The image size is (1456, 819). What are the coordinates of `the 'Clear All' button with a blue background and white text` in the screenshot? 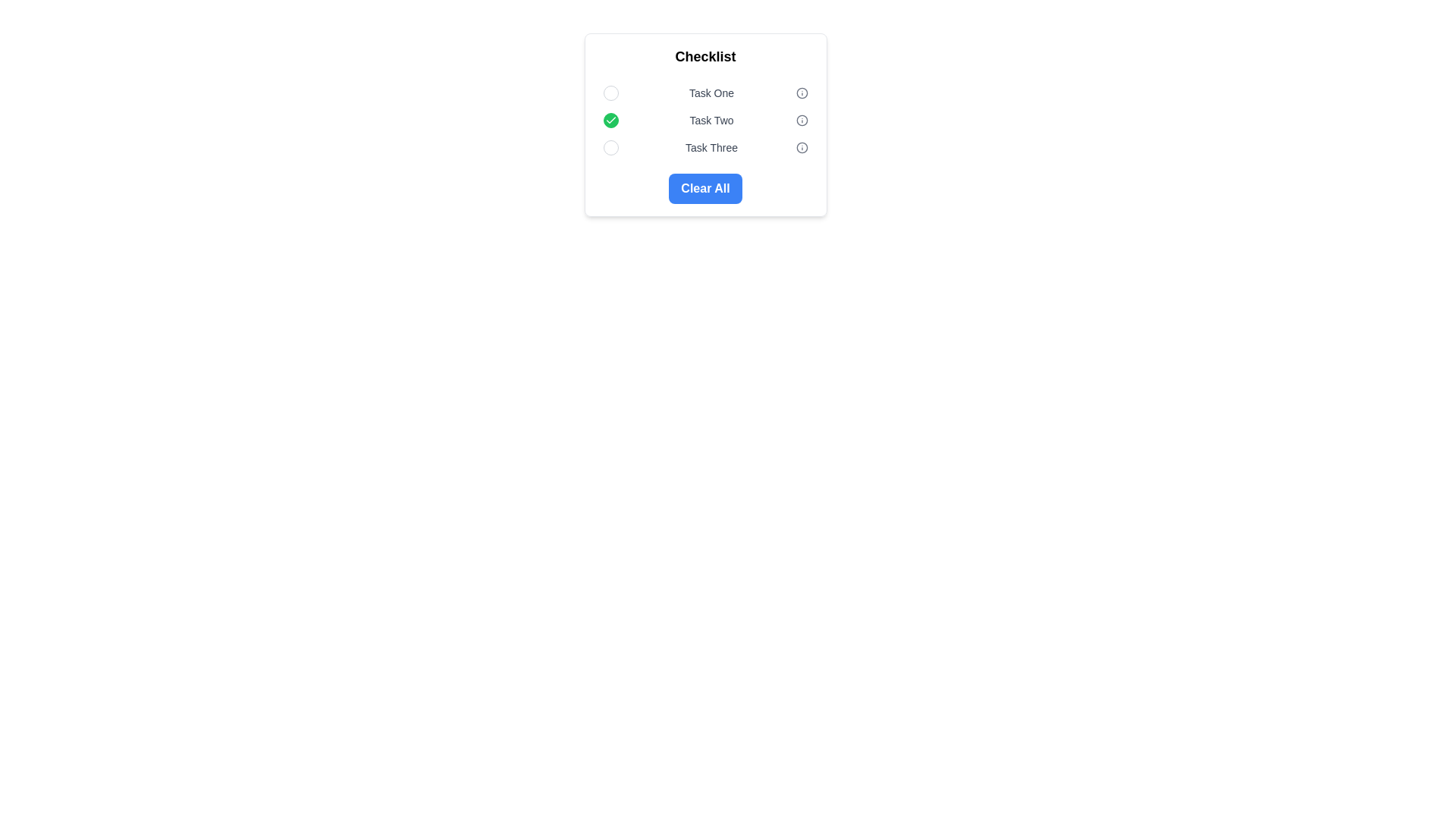 It's located at (704, 188).